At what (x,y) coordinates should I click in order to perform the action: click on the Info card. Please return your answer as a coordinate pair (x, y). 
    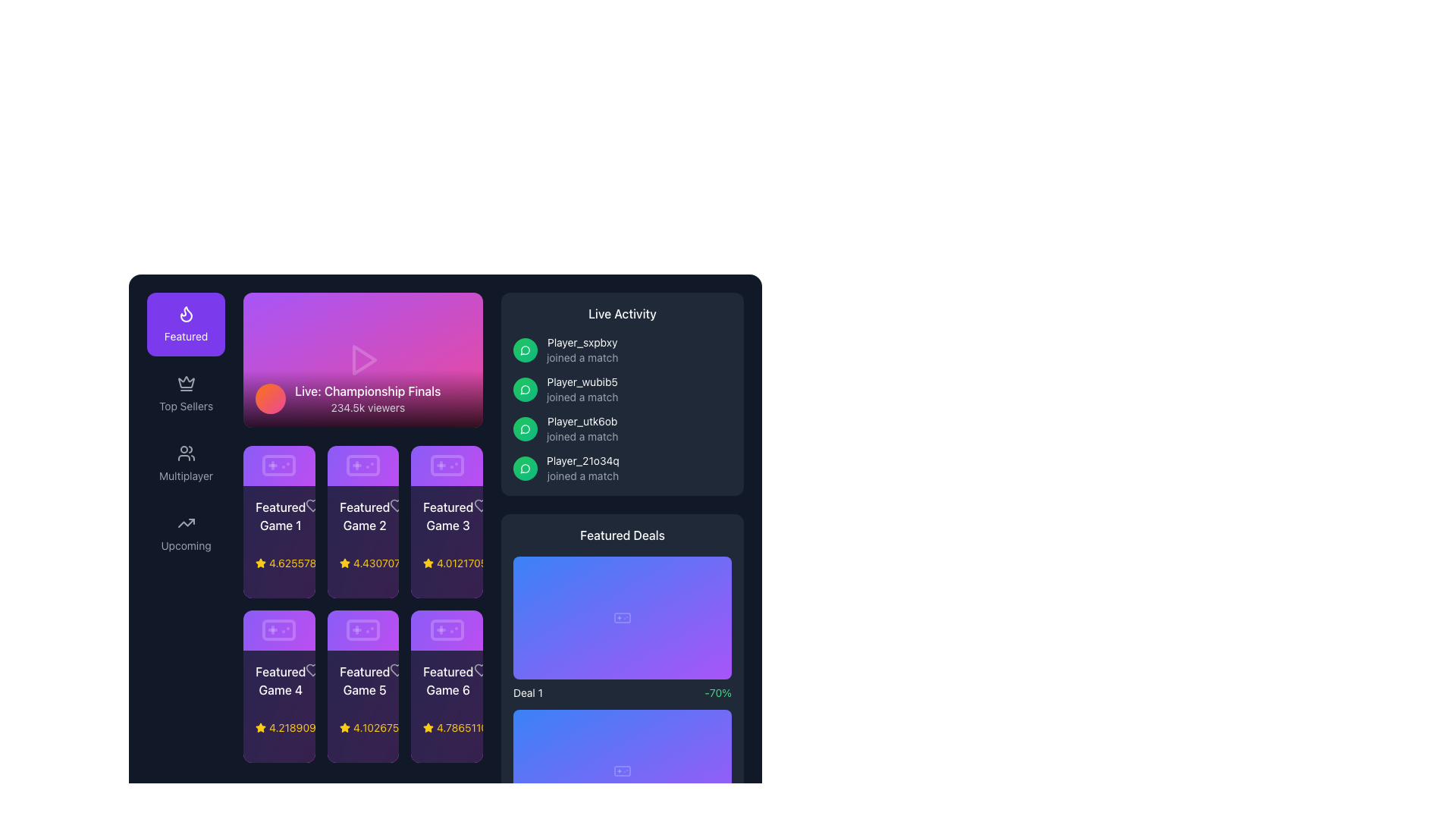
    Looking at the image, I should click on (279, 707).